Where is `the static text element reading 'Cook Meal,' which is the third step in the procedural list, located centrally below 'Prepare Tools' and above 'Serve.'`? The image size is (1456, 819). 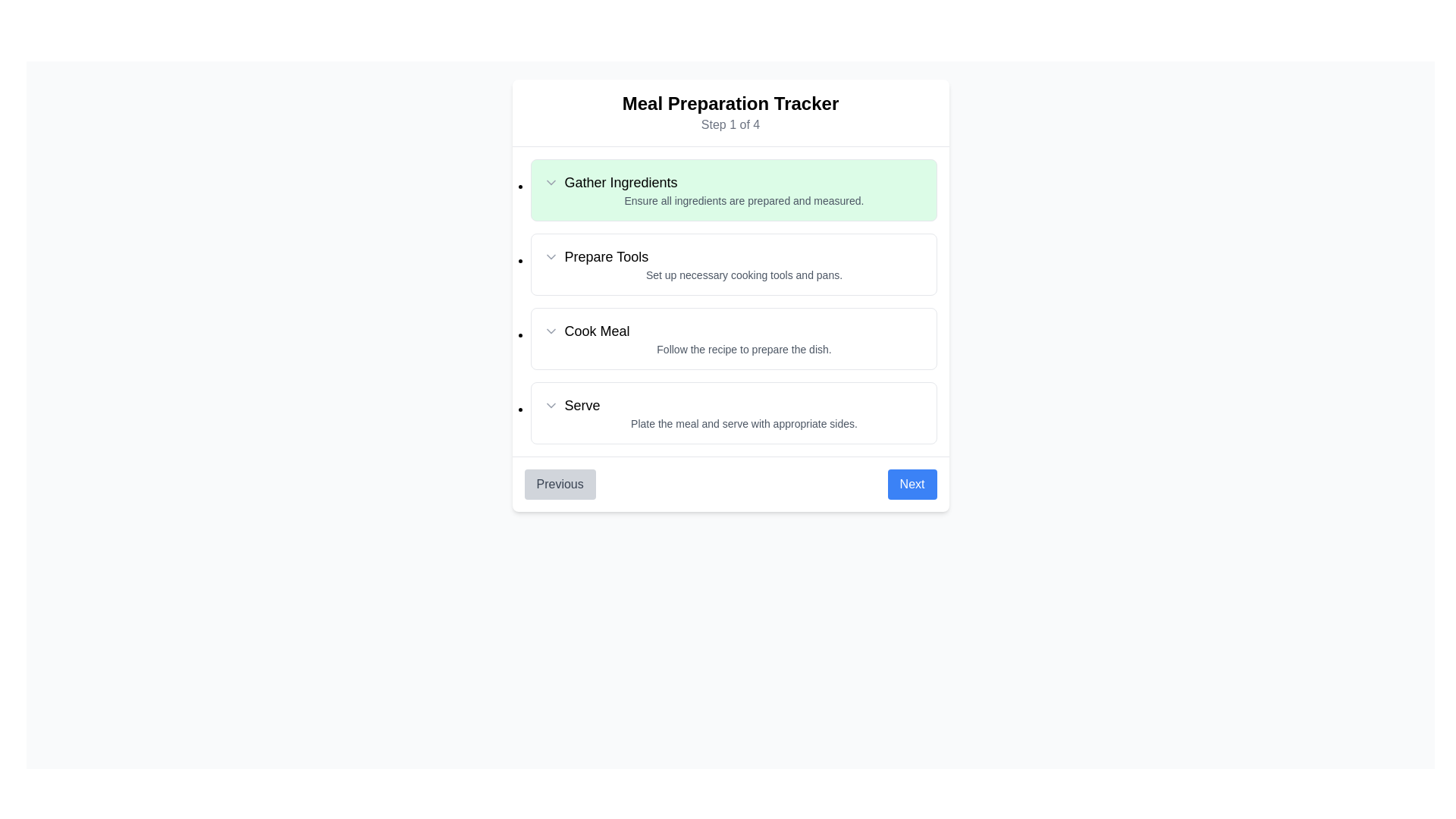
the static text element reading 'Cook Meal,' which is the third step in the procedural list, located centrally below 'Prepare Tools' and above 'Serve.' is located at coordinates (596, 330).